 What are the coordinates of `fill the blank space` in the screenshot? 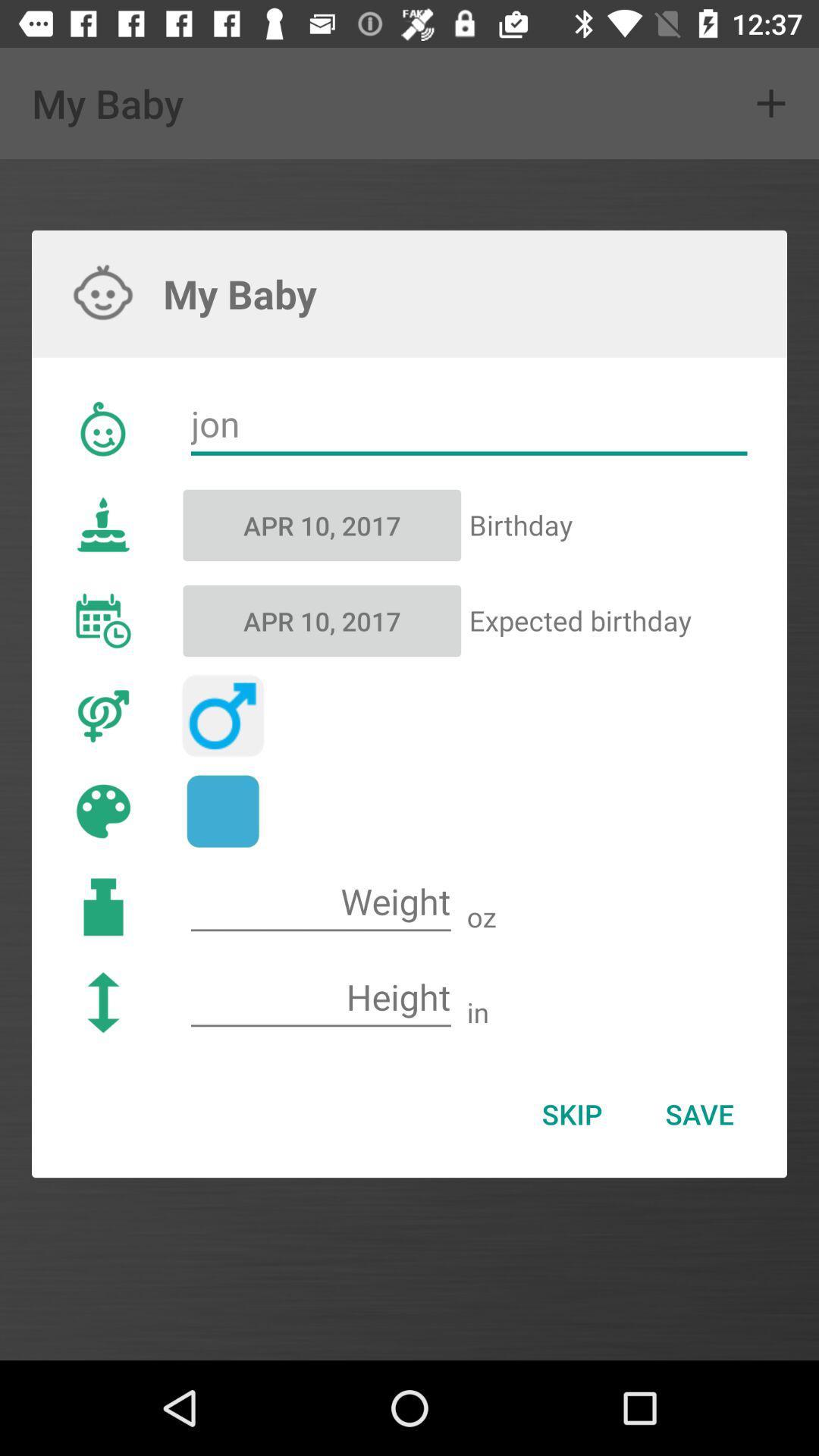 It's located at (320, 998).